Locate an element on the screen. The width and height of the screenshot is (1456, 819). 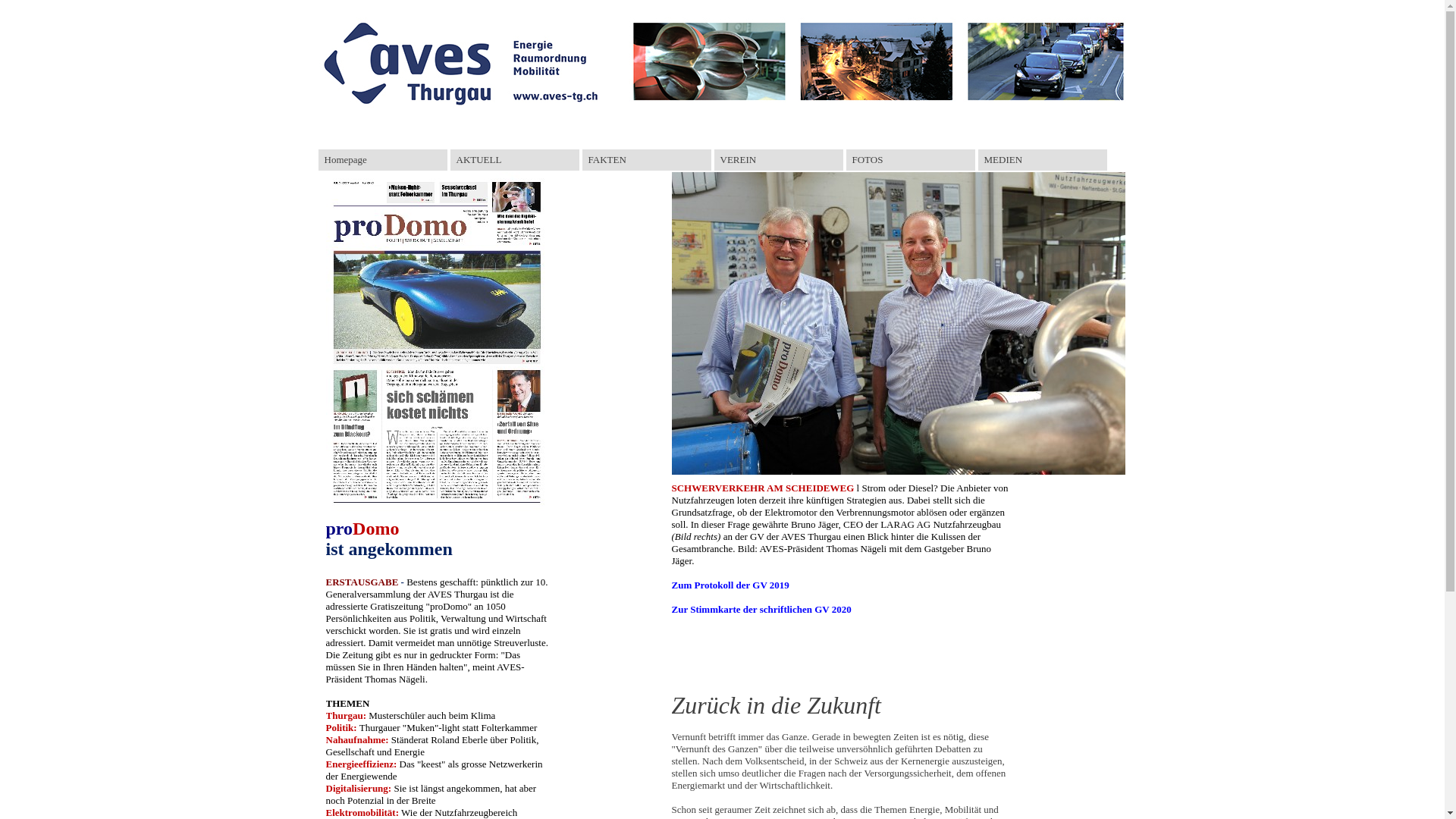
'FAKTEN' is located at coordinates (647, 160).